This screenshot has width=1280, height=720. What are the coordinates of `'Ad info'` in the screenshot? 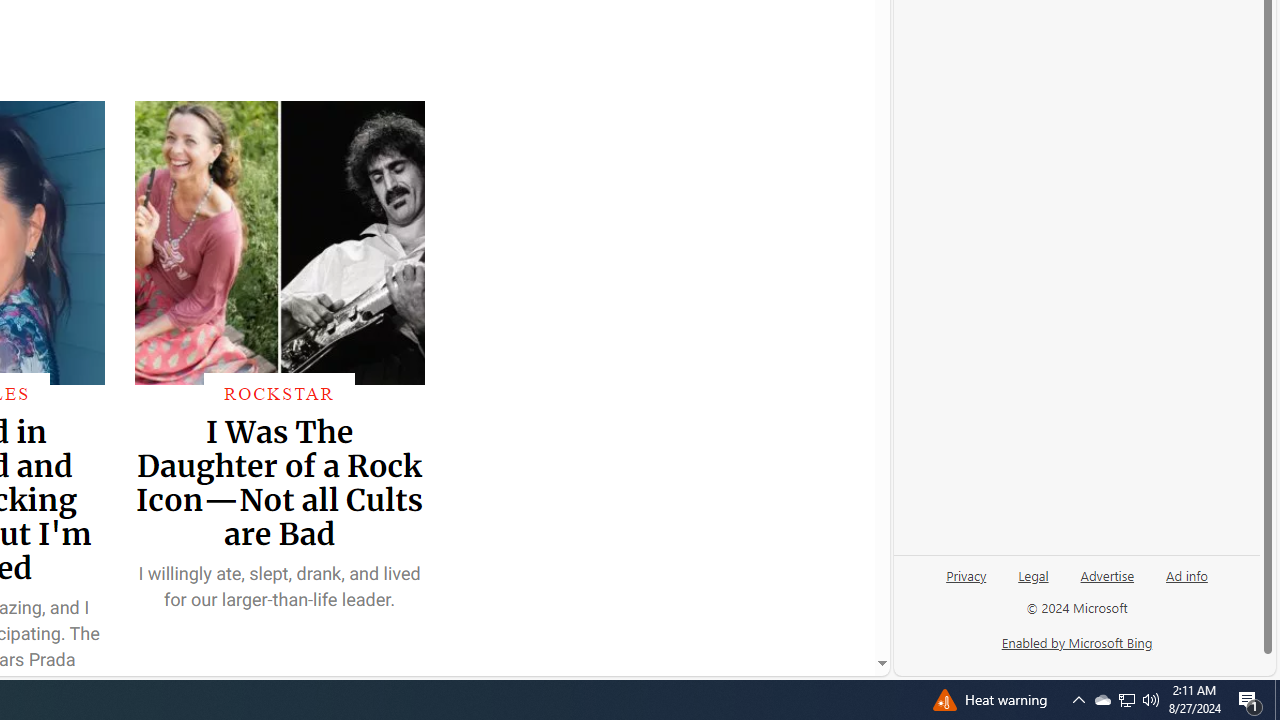 It's located at (1186, 583).